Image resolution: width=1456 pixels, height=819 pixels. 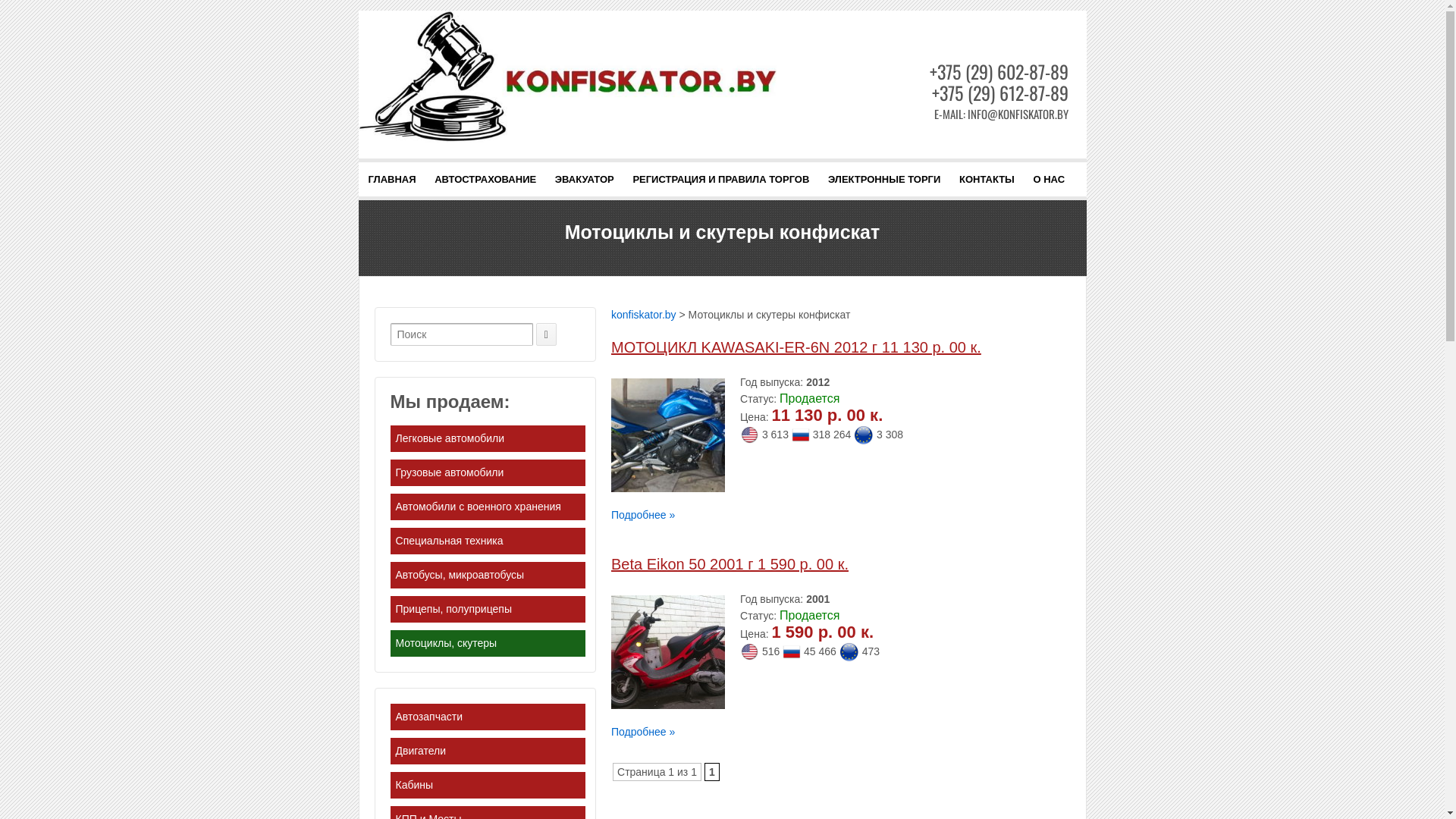 What do you see at coordinates (611, 314) in the screenshot?
I see `'konfiskator.by'` at bounding box center [611, 314].